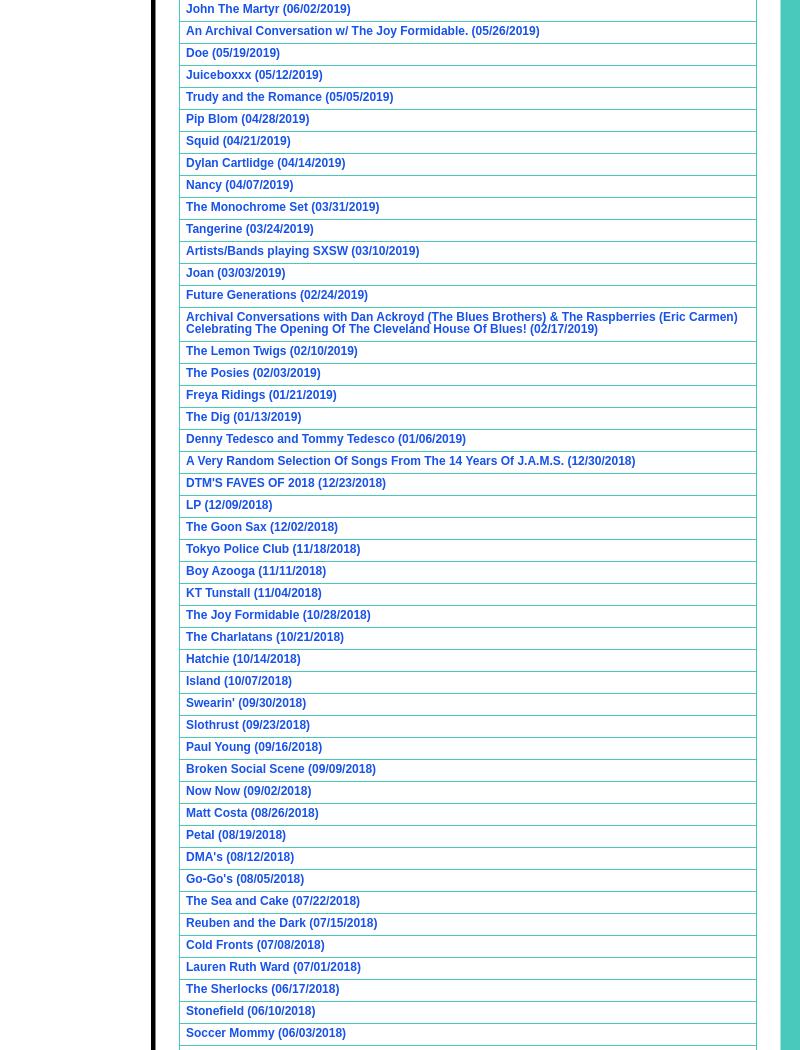  I want to click on 'Paul Young (09/16/2018)', so click(253, 745).